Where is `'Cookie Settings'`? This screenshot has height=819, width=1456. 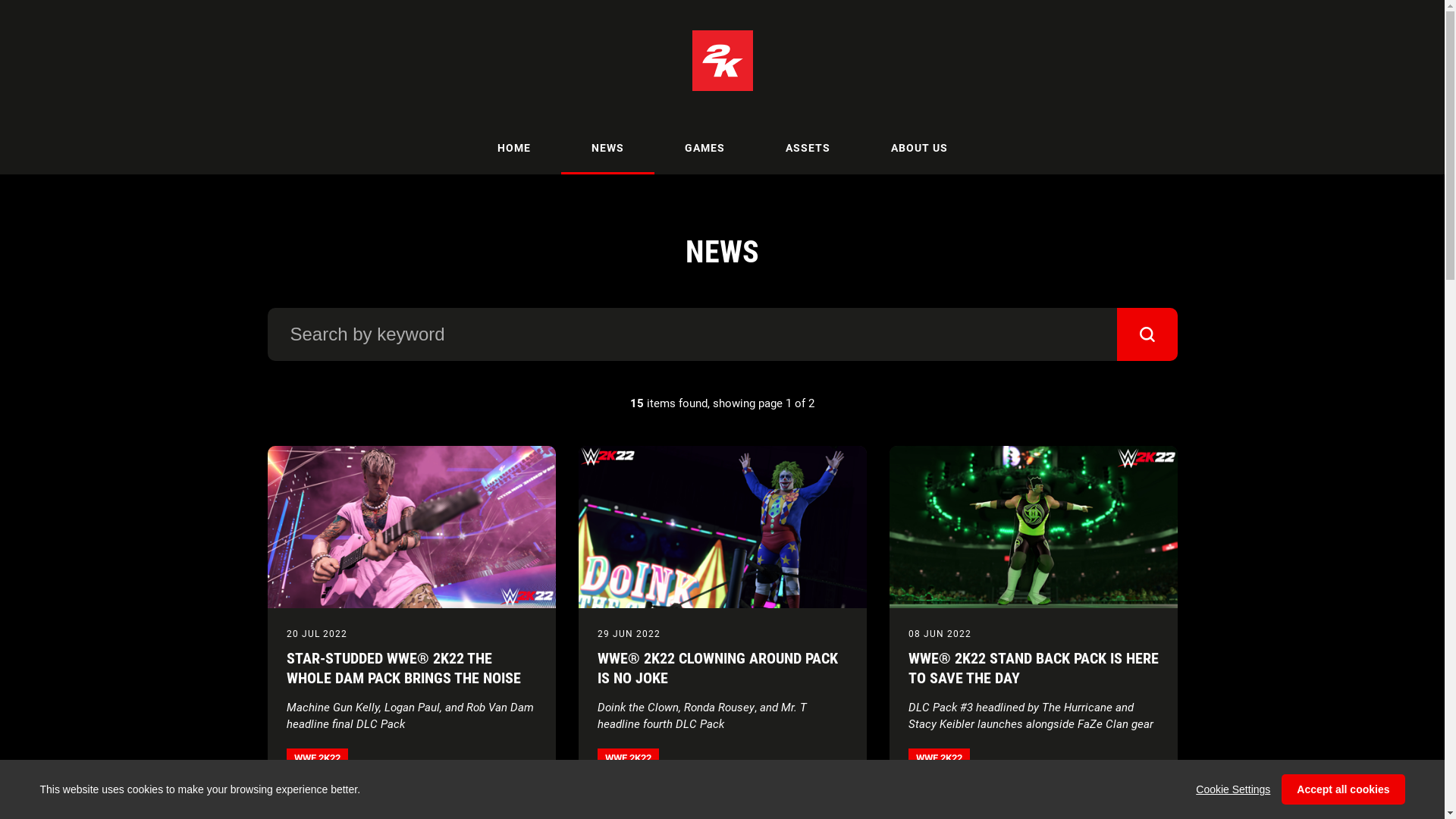
'Cookie Settings' is located at coordinates (1233, 789).